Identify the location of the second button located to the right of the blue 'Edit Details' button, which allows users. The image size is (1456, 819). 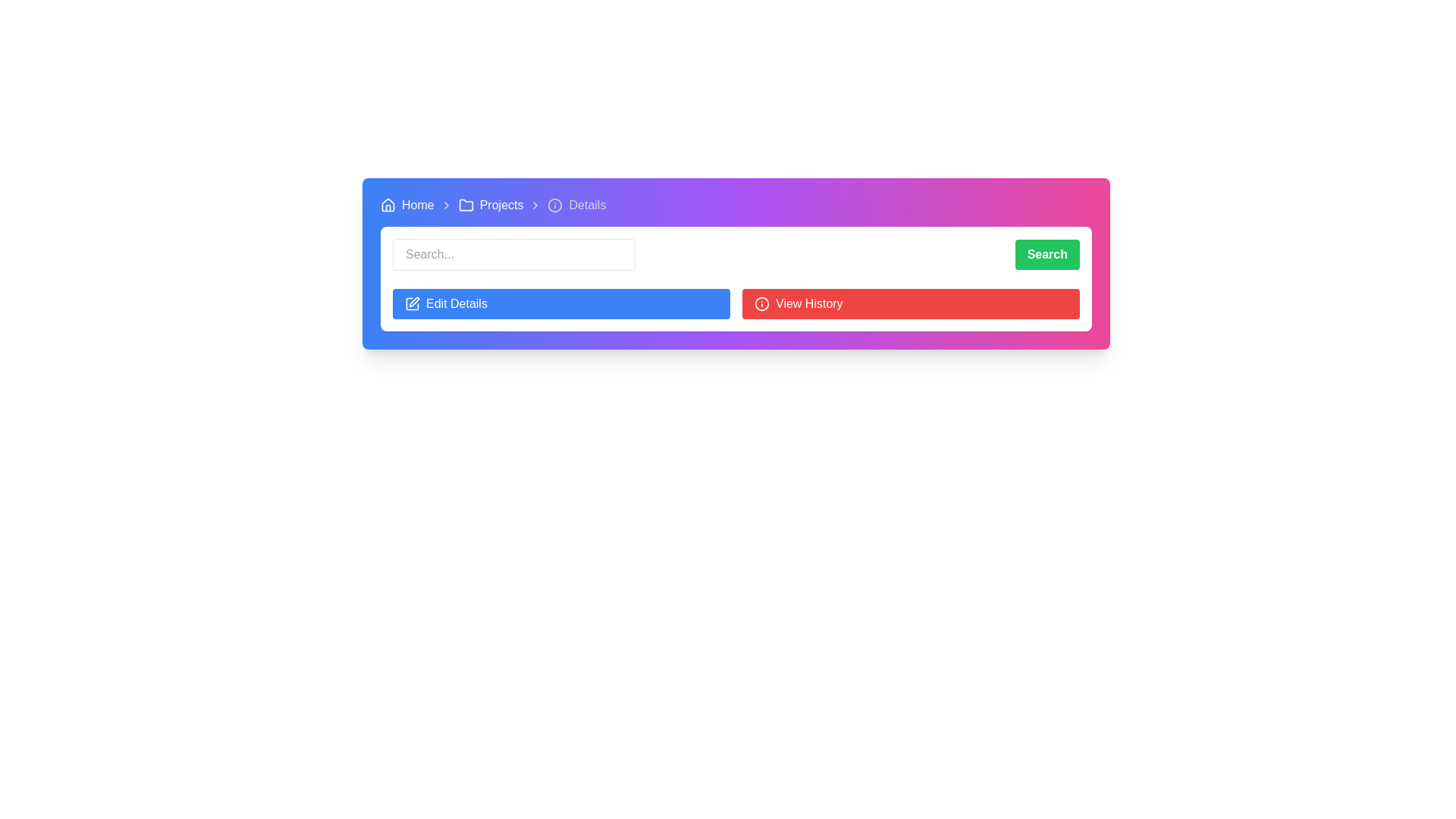
(910, 304).